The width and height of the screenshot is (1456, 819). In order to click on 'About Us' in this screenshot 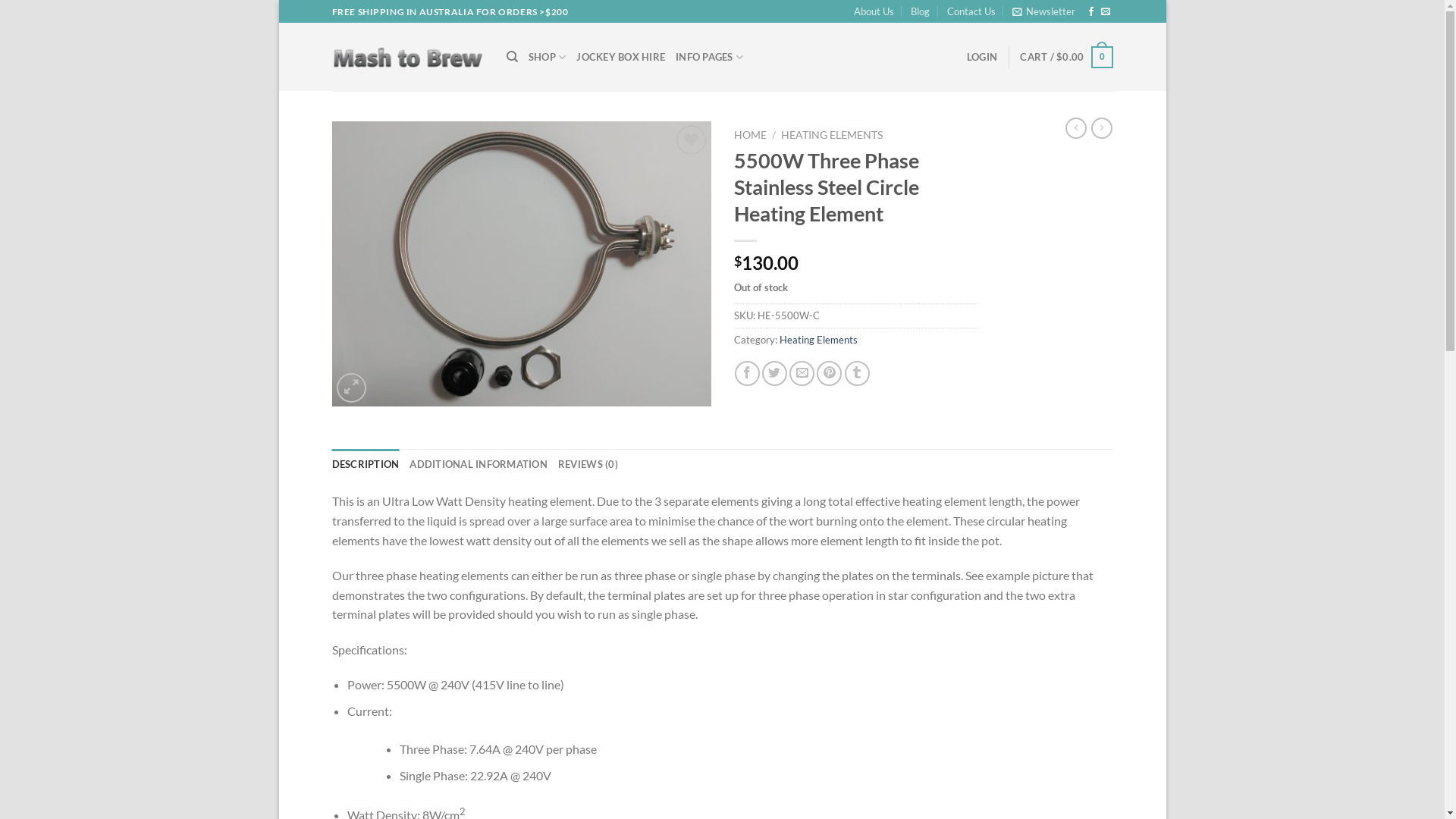, I will do `click(874, 11)`.